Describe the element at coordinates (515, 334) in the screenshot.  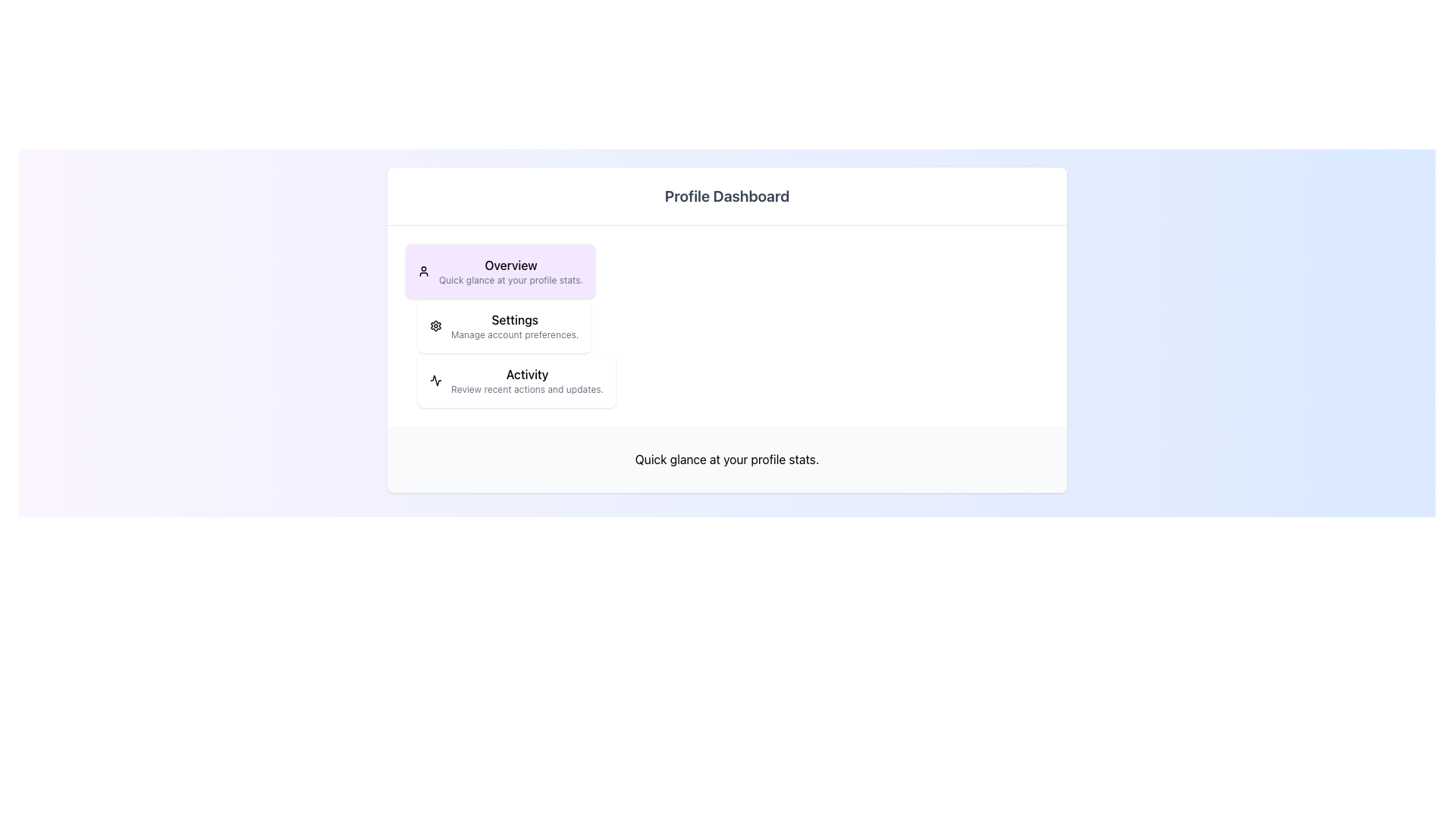
I see `the text label providing additional information about the 'Settings' section, located directly below the 'Settings' text in the second panel` at that location.